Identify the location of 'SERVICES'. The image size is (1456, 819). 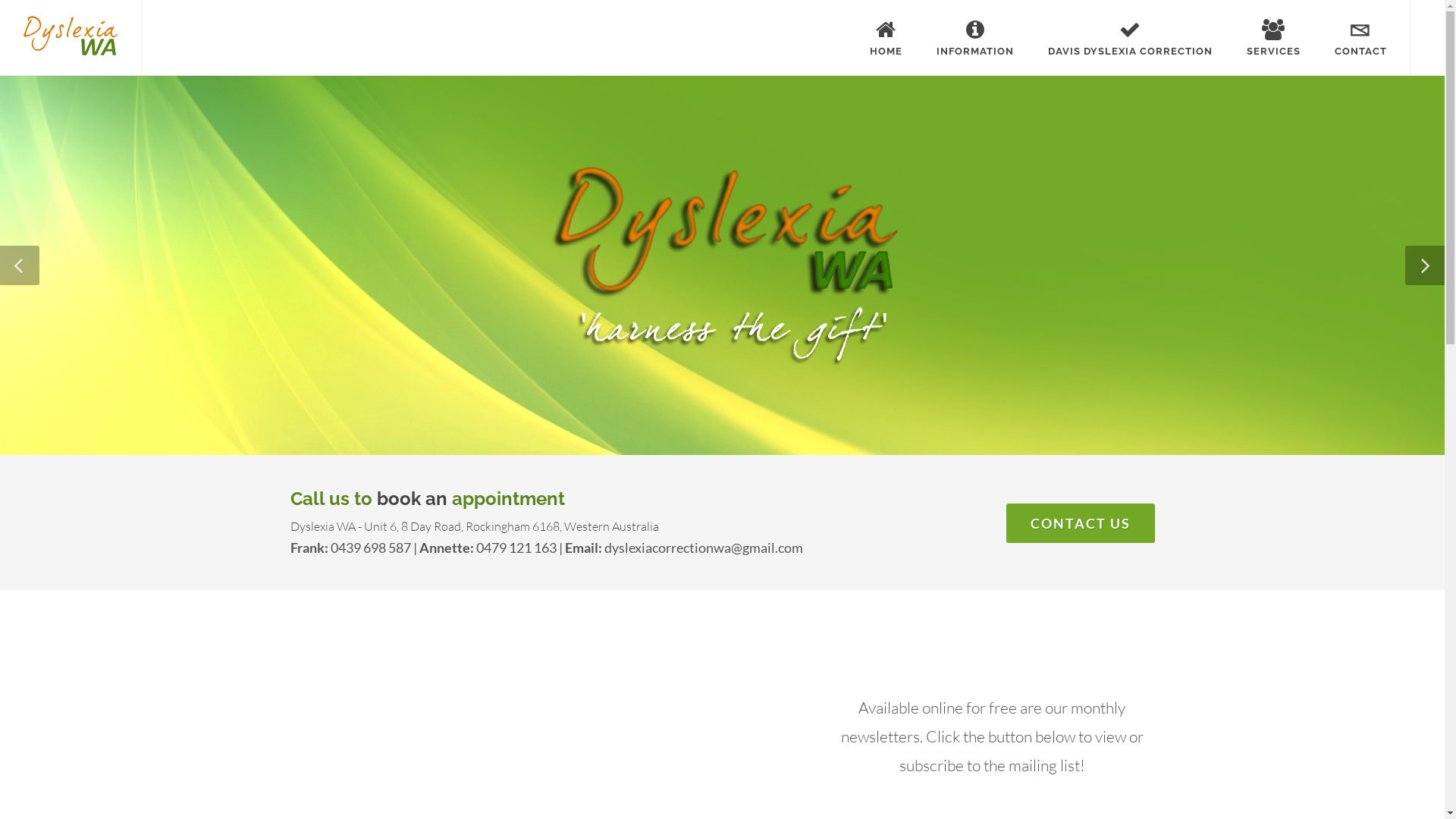
(1273, 37).